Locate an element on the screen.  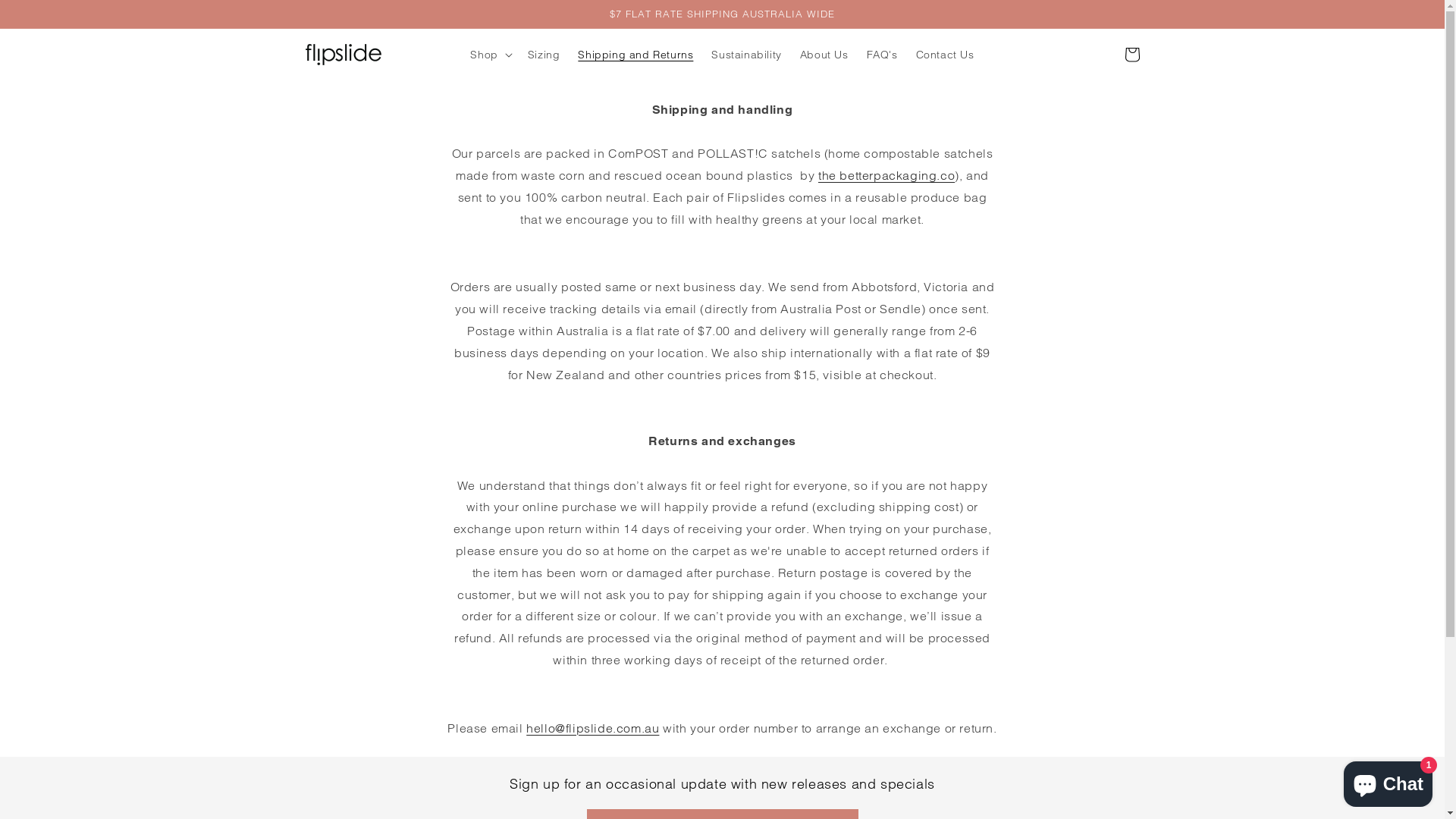
'Sustainability' is located at coordinates (701, 54).